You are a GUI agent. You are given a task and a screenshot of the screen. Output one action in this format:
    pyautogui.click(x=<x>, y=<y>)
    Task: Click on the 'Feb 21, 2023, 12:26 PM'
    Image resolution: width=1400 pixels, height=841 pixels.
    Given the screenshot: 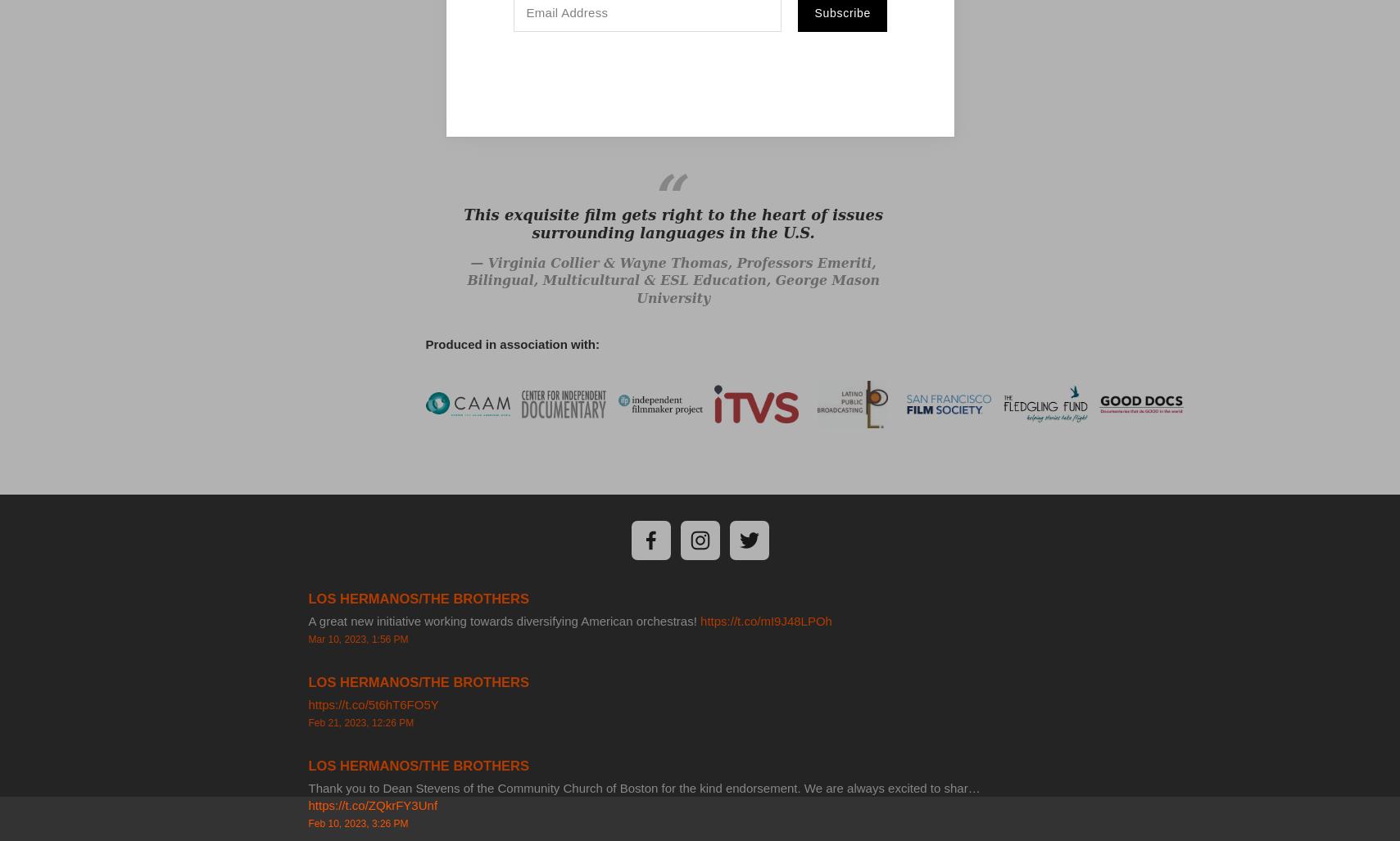 What is the action you would take?
    pyautogui.click(x=360, y=721)
    